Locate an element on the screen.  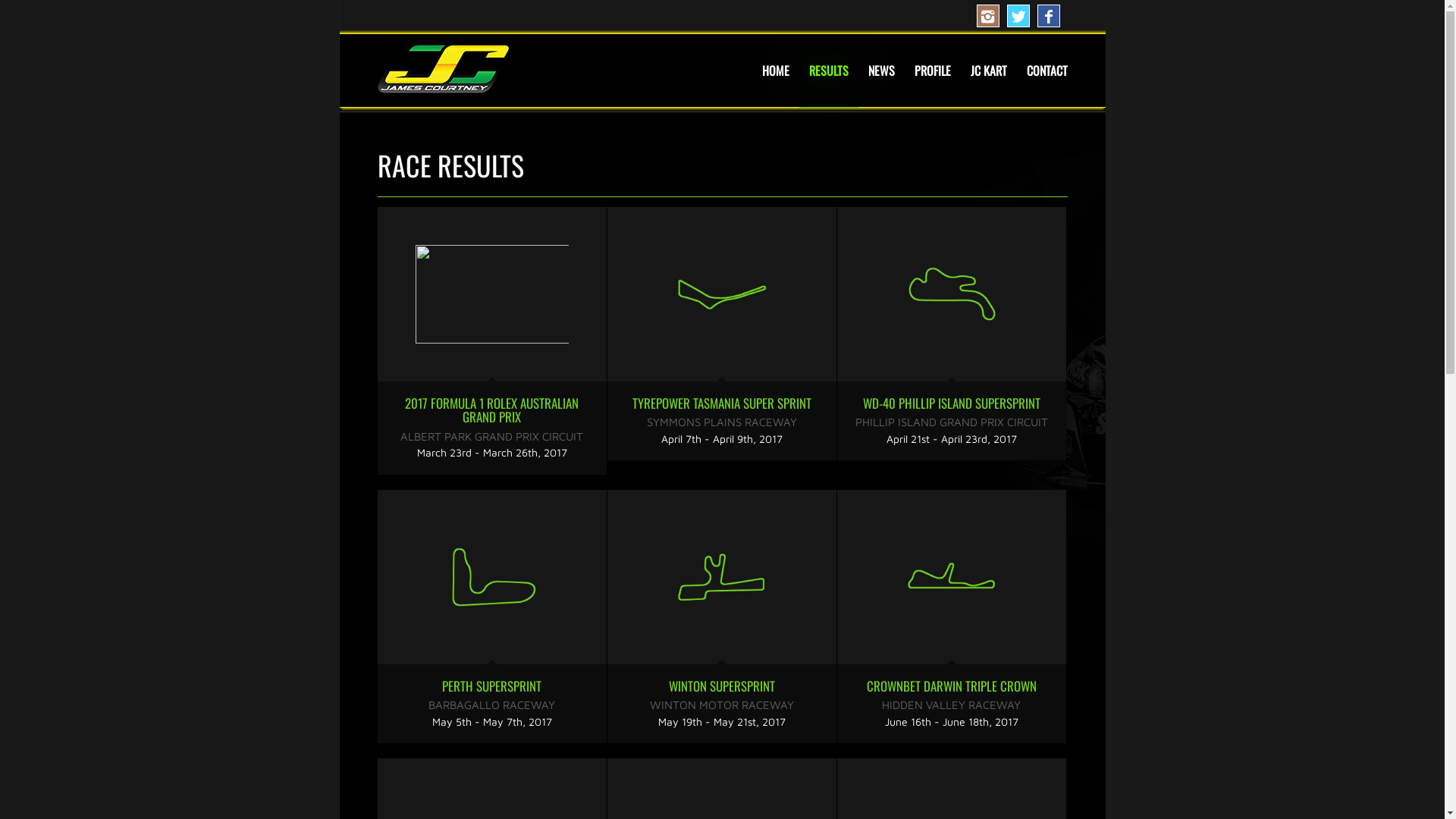
'CONTACT' is located at coordinates (1040, 70).